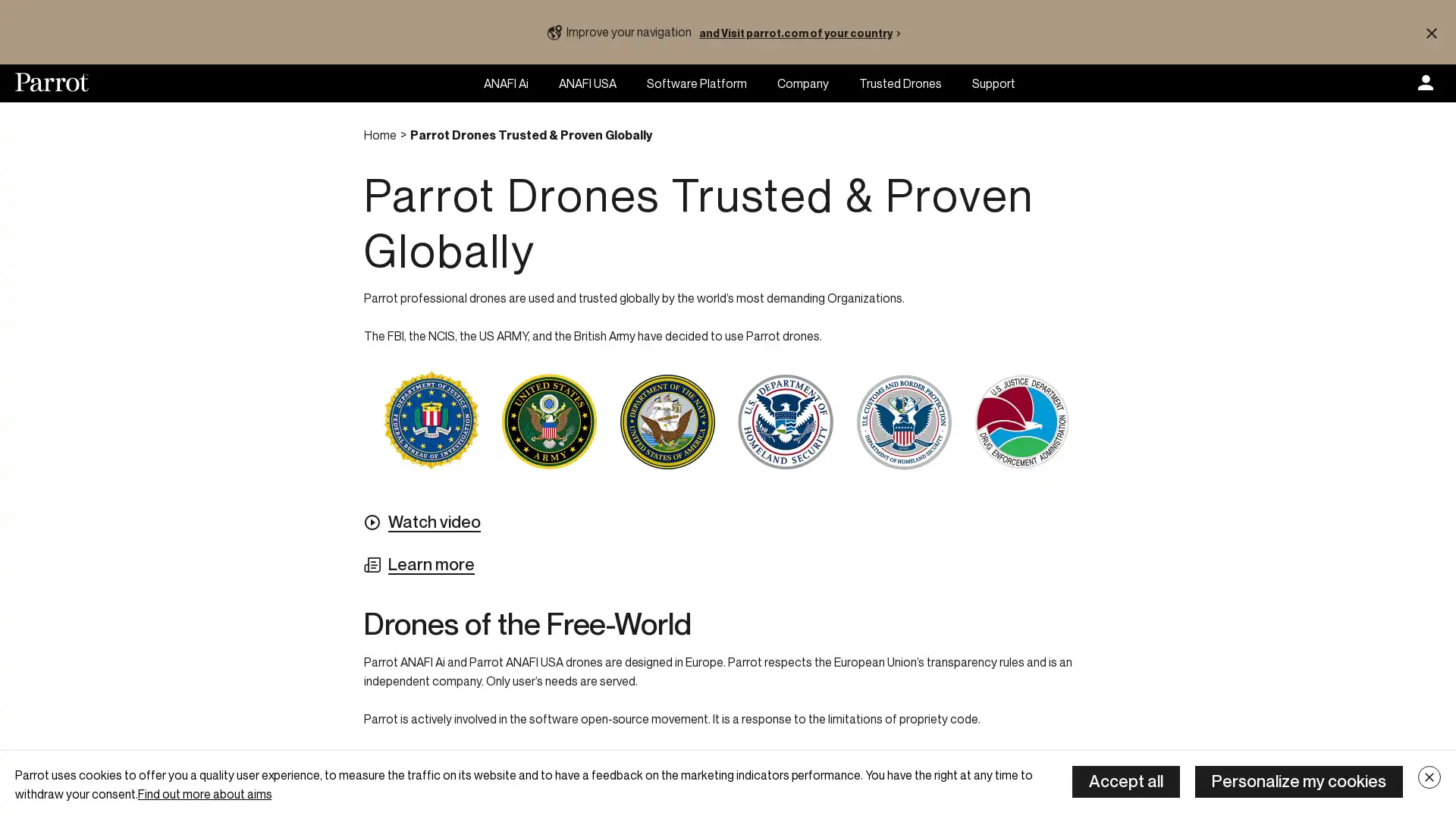 The image size is (1456, 819). What do you see at coordinates (422, 522) in the screenshot?
I see `Watch video` at bounding box center [422, 522].